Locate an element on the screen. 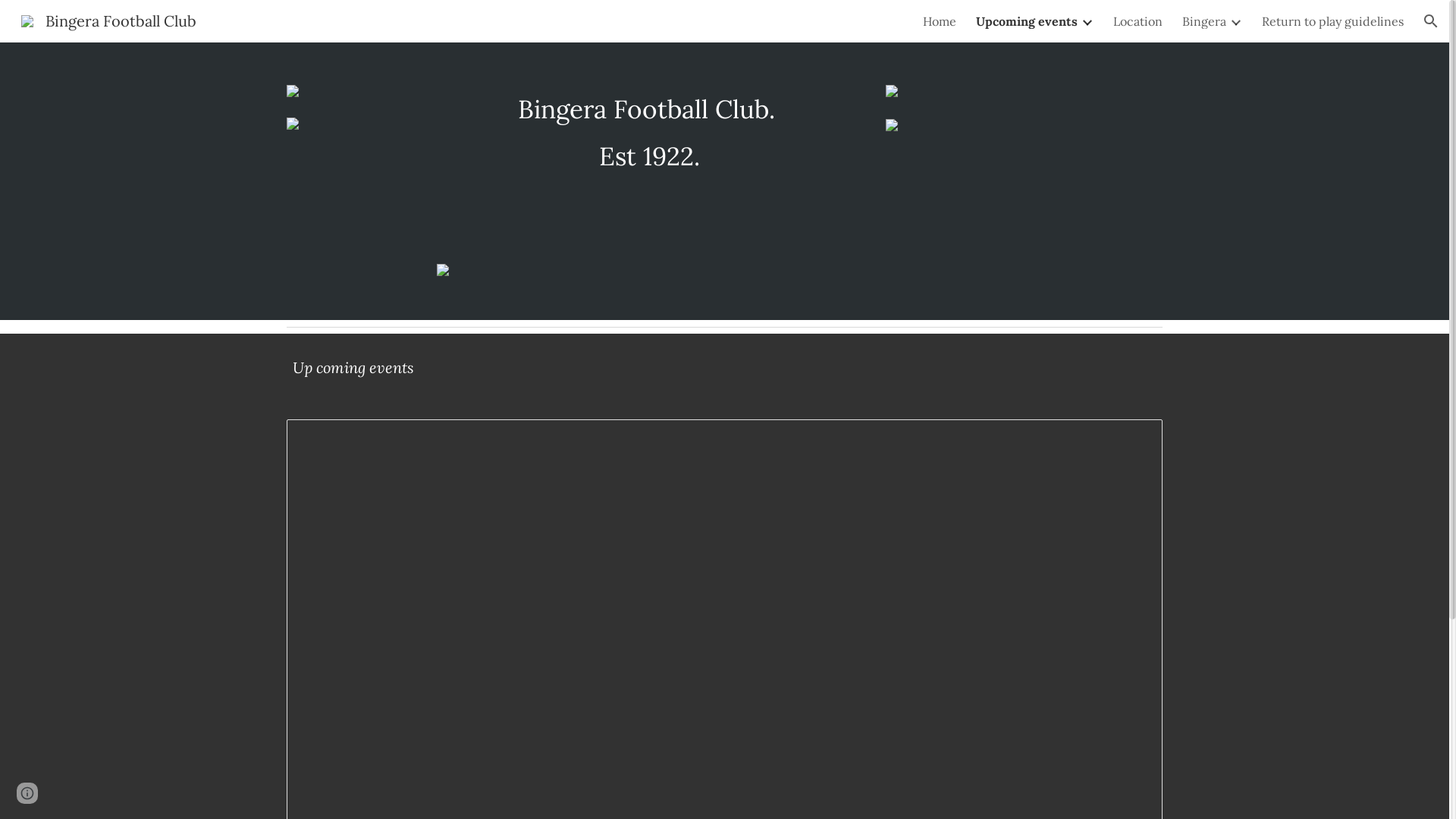 This screenshot has width=1456, height=819. 'Upcoming events' is located at coordinates (1026, 20).